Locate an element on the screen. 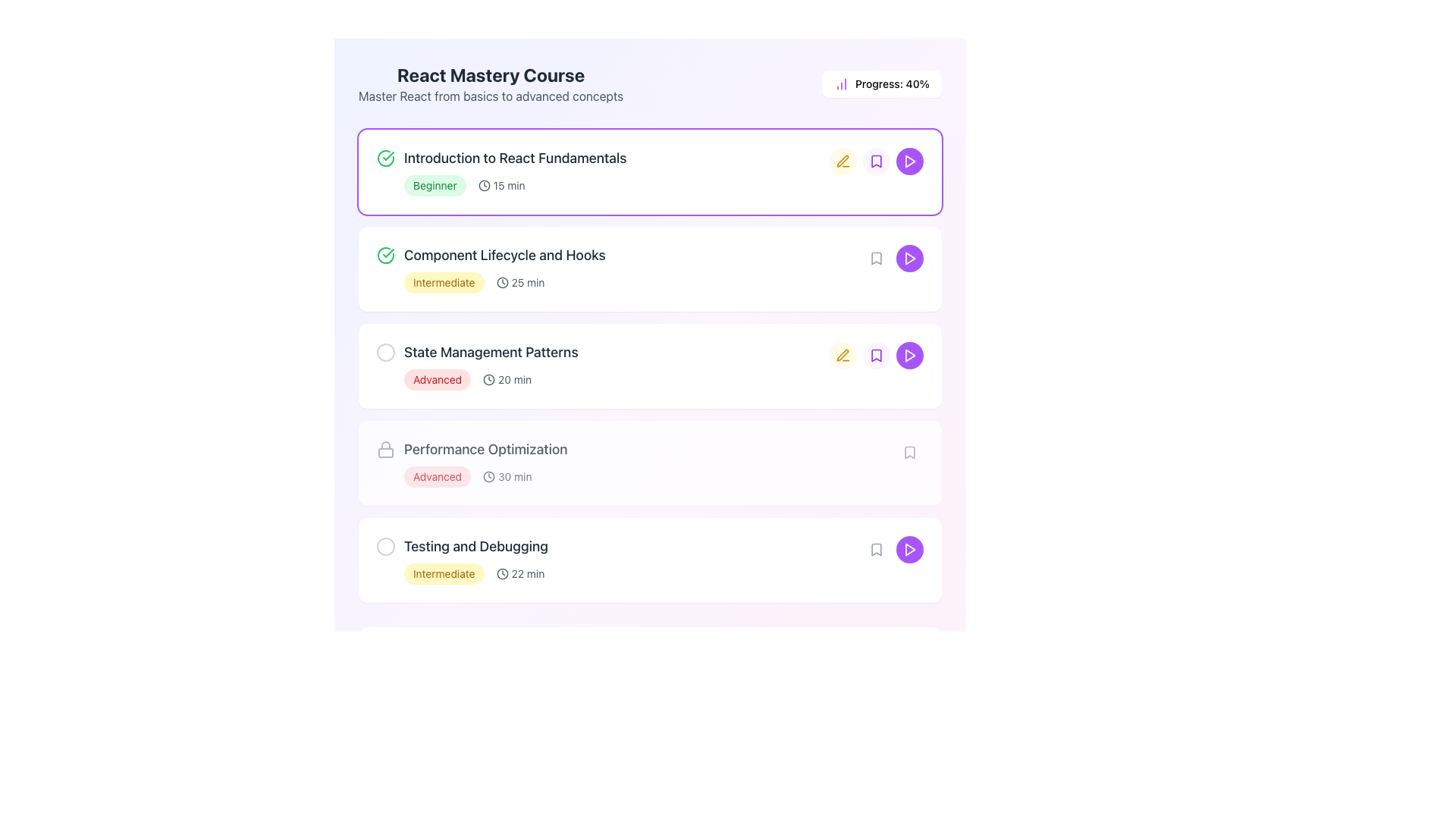 Image resolution: width=1456 pixels, height=819 pixels. the circular button with a purple background and a white play icon located to the right of the 'Component Lifecycle and Hooks' label is located at coordinates (910, 257).